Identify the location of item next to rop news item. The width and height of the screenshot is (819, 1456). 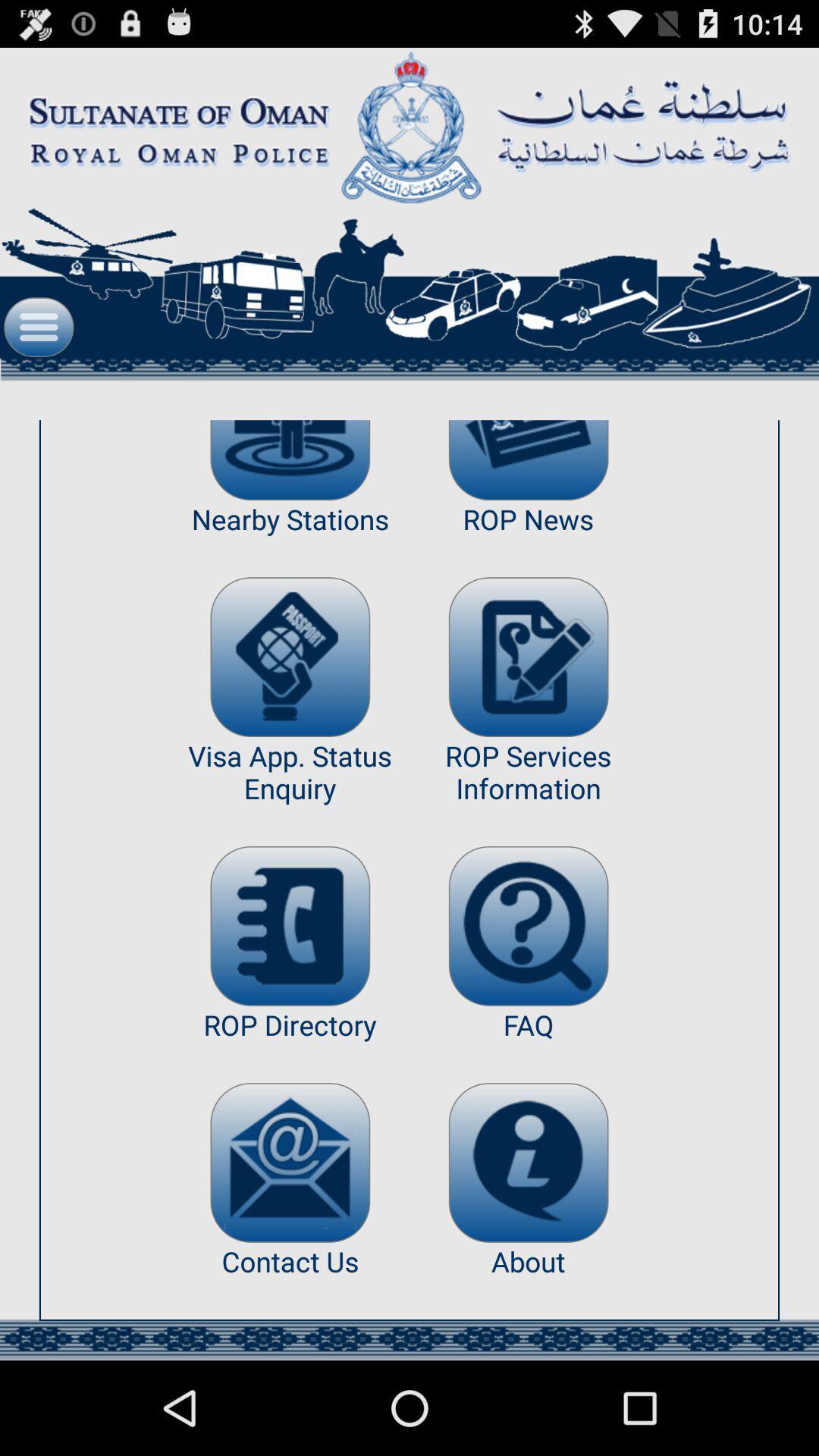
(290, 460).